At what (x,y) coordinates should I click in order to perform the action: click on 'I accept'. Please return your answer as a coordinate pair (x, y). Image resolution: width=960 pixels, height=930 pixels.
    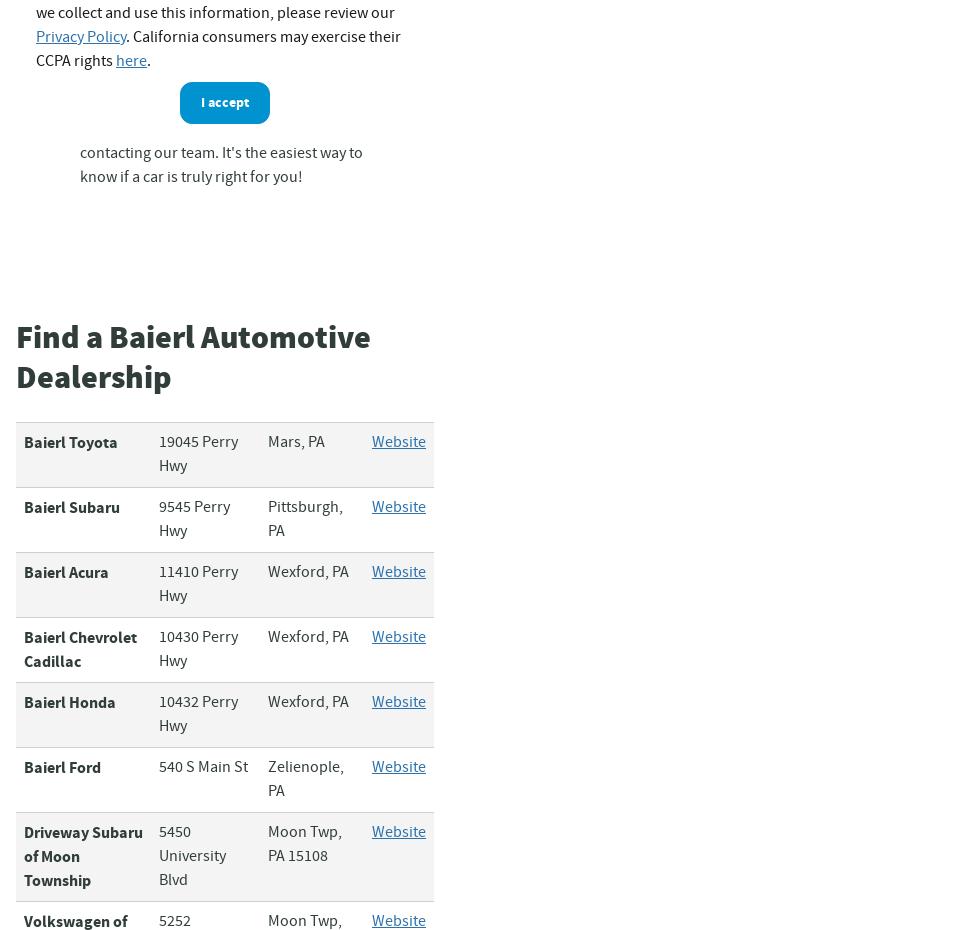
    Looking at the image, I should click on (225, 102).